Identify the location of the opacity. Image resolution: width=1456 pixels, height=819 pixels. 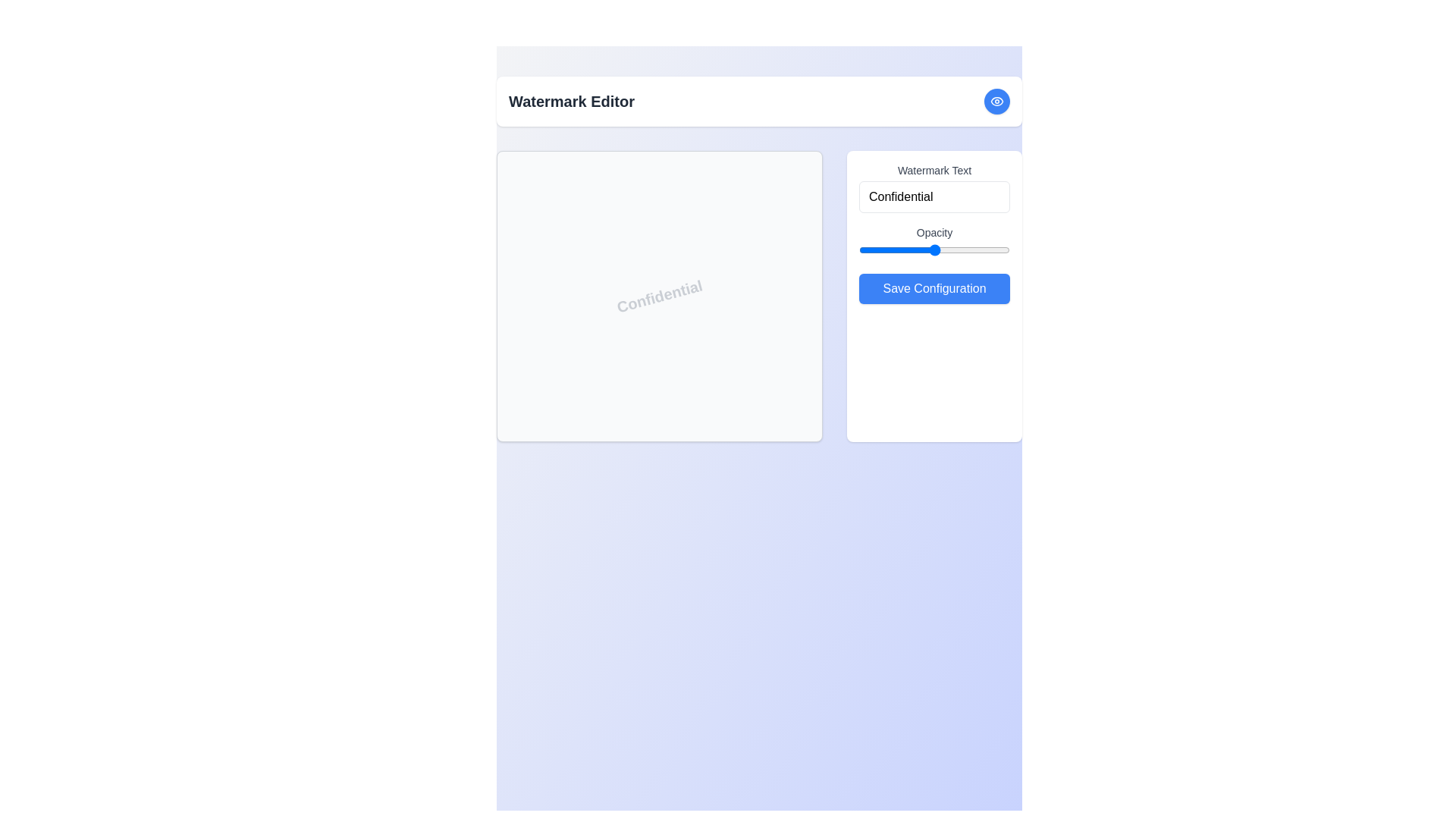
(858, 249).